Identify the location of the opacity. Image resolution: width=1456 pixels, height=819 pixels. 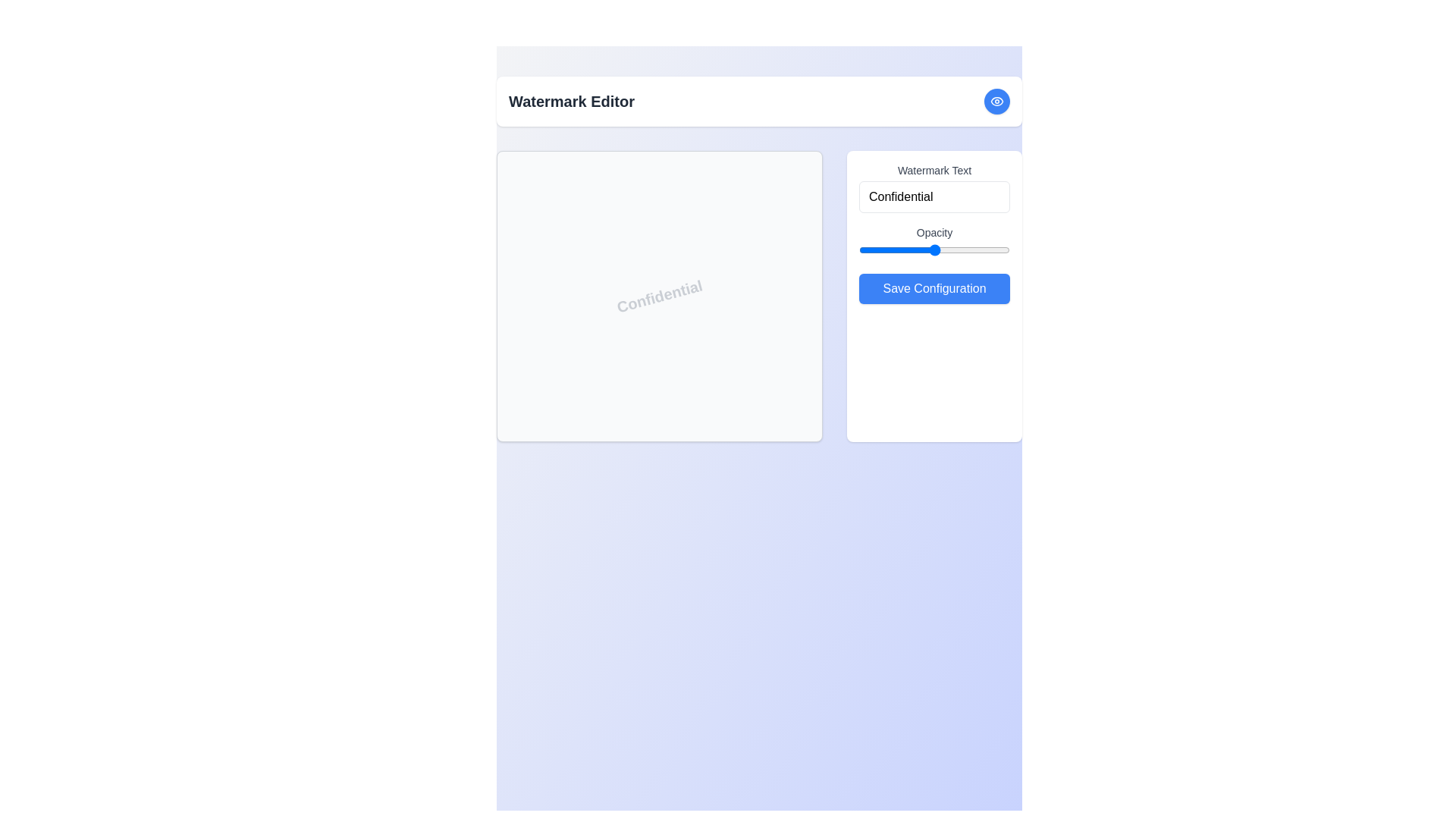
(858, 249).